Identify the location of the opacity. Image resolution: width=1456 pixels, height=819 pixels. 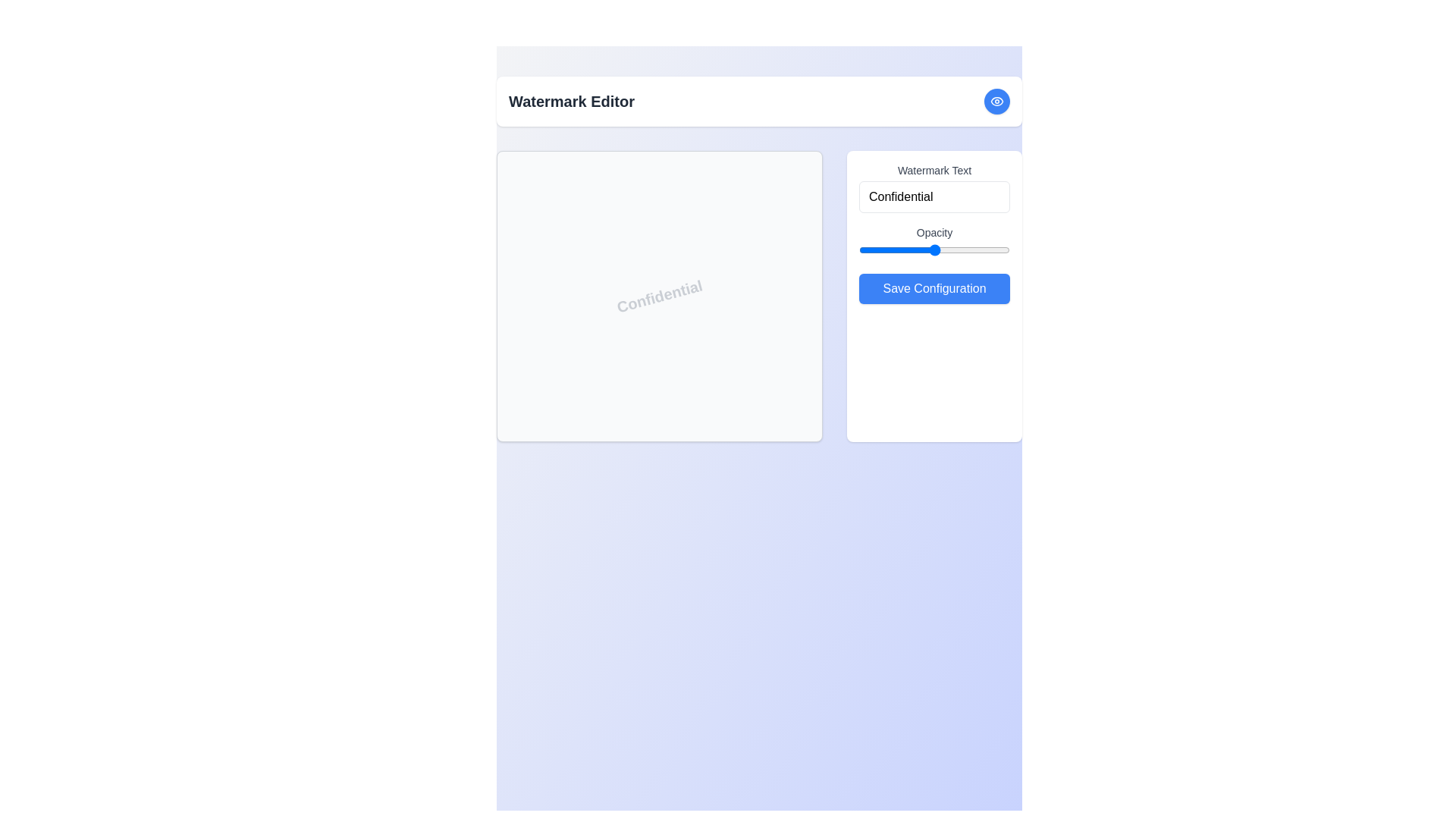
(858, 249).